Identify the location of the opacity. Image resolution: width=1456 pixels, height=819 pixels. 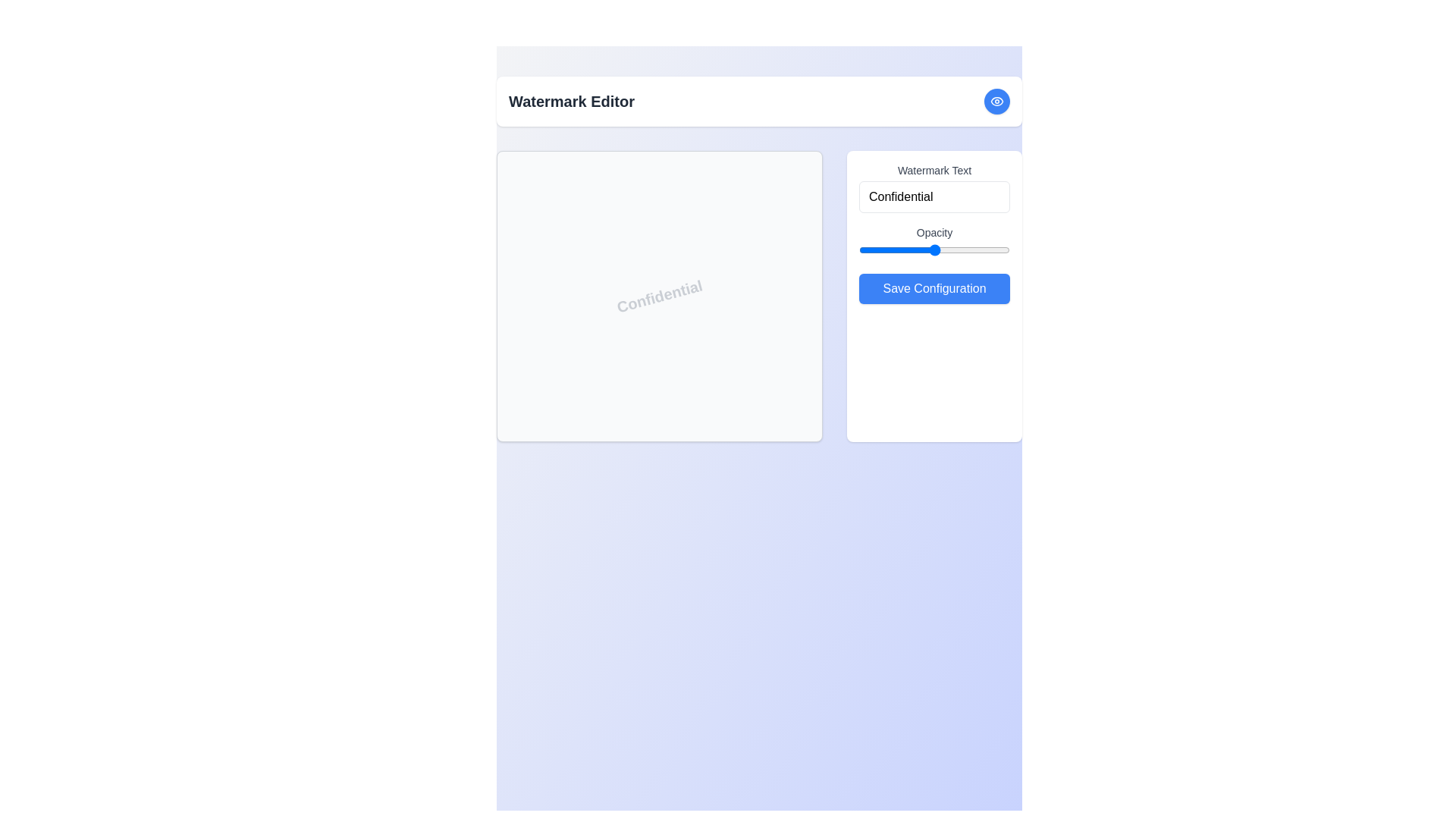
(858, 249).